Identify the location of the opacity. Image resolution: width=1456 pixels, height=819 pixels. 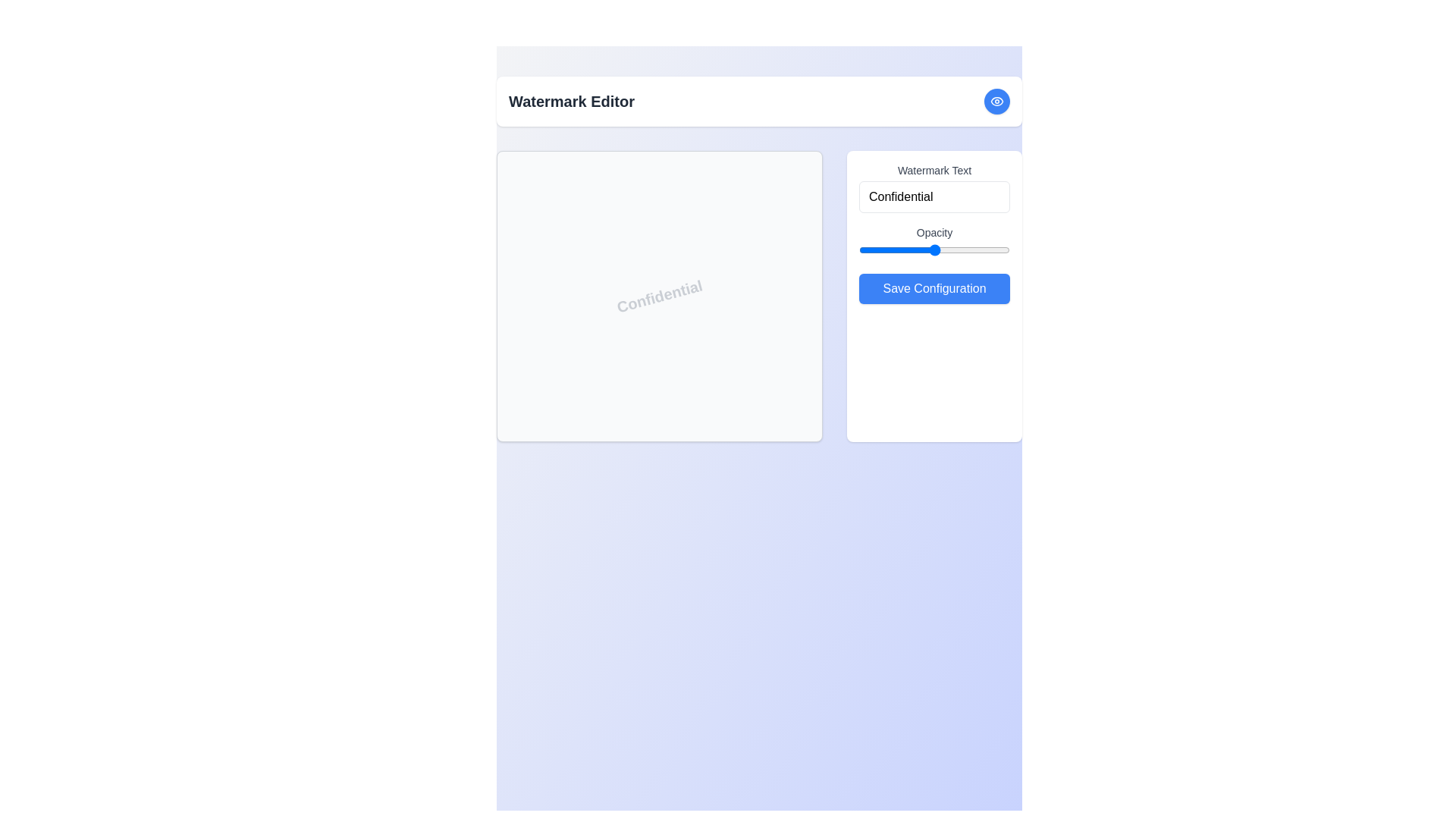
(858, 249).